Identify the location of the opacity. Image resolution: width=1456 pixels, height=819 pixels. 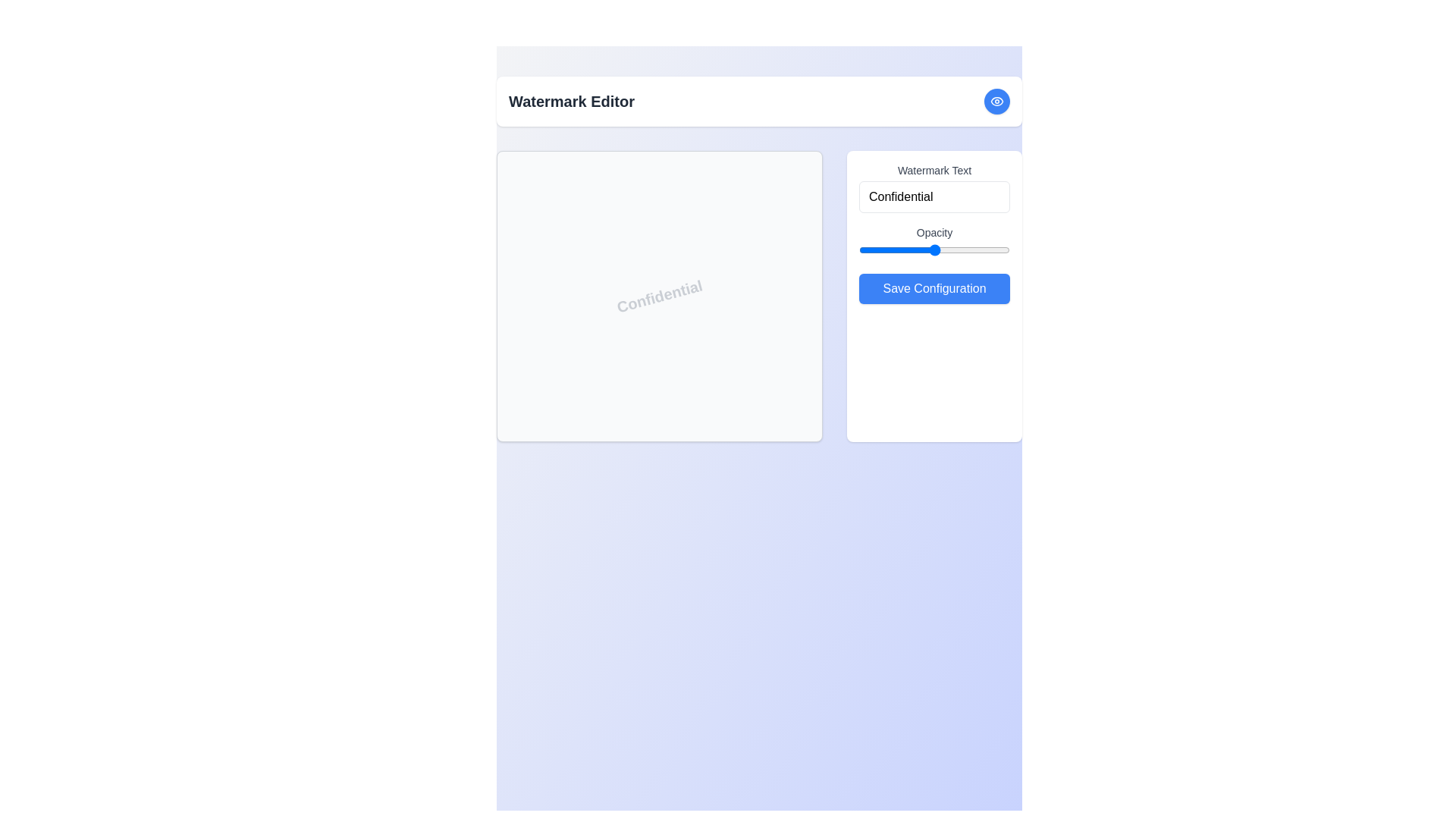
(858, 249).